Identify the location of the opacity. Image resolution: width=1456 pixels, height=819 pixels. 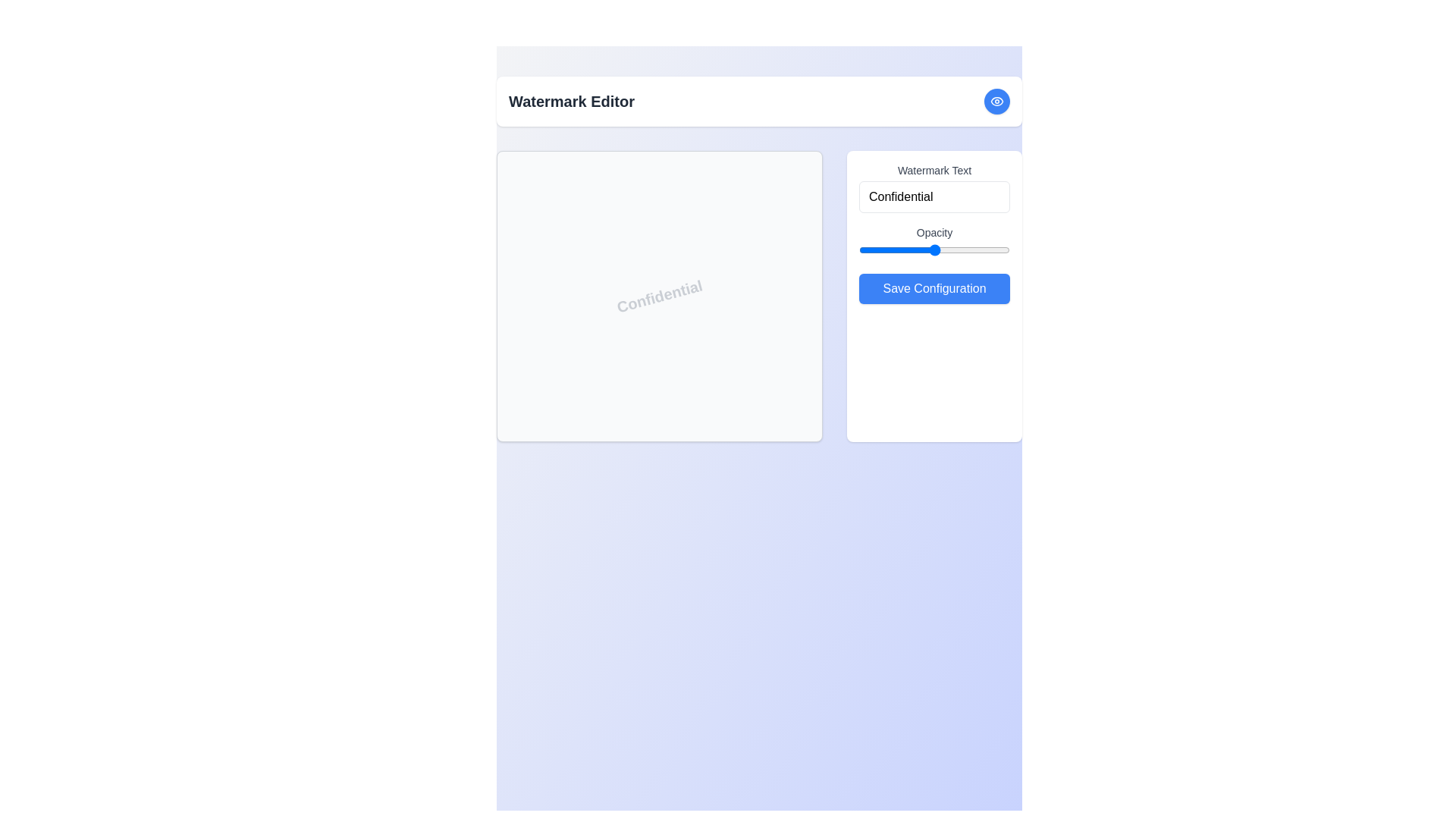
(858, 249).